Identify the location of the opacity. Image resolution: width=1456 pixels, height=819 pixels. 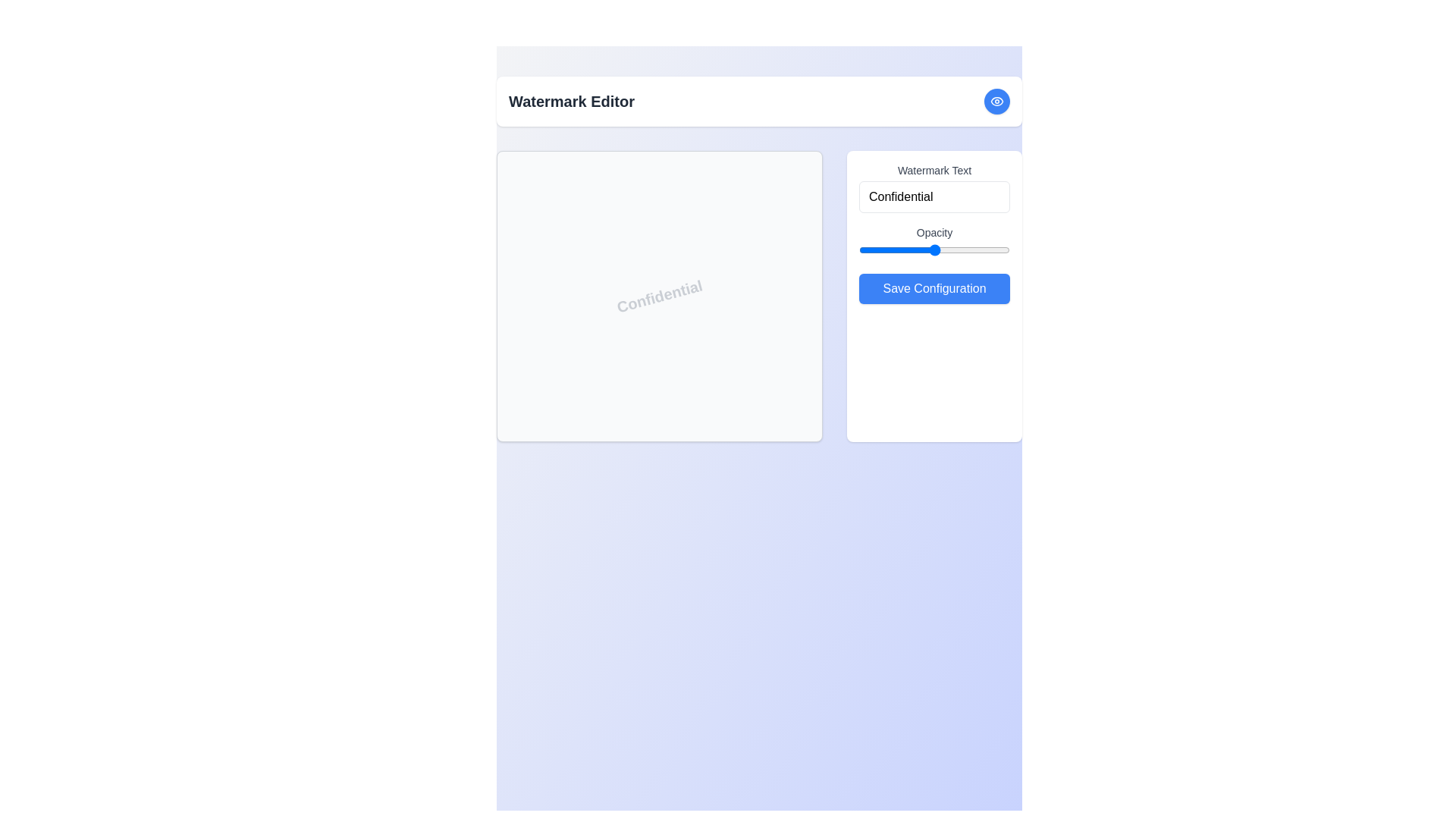
(858, 249).